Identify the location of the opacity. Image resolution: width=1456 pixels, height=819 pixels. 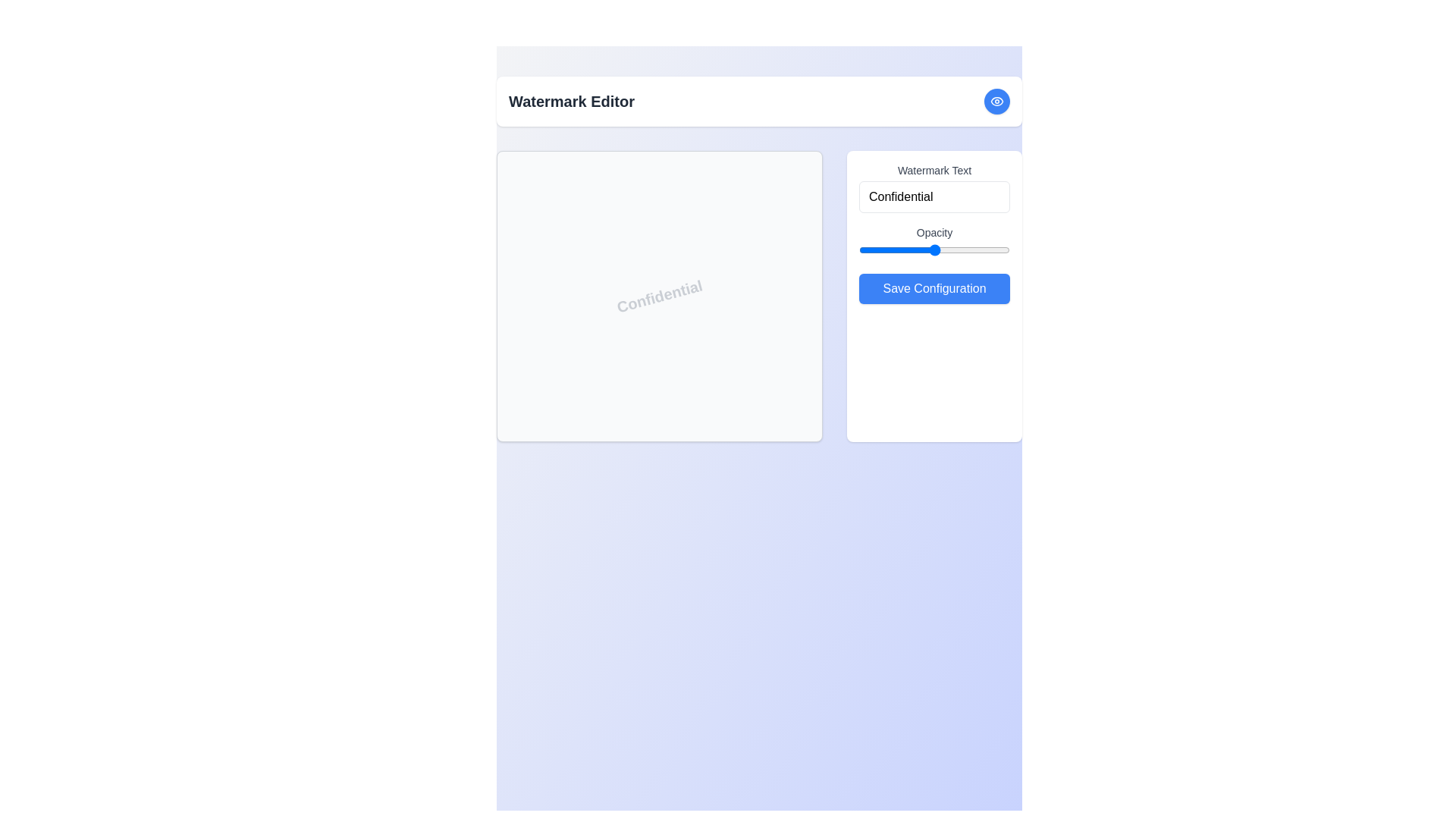
(858, 249).